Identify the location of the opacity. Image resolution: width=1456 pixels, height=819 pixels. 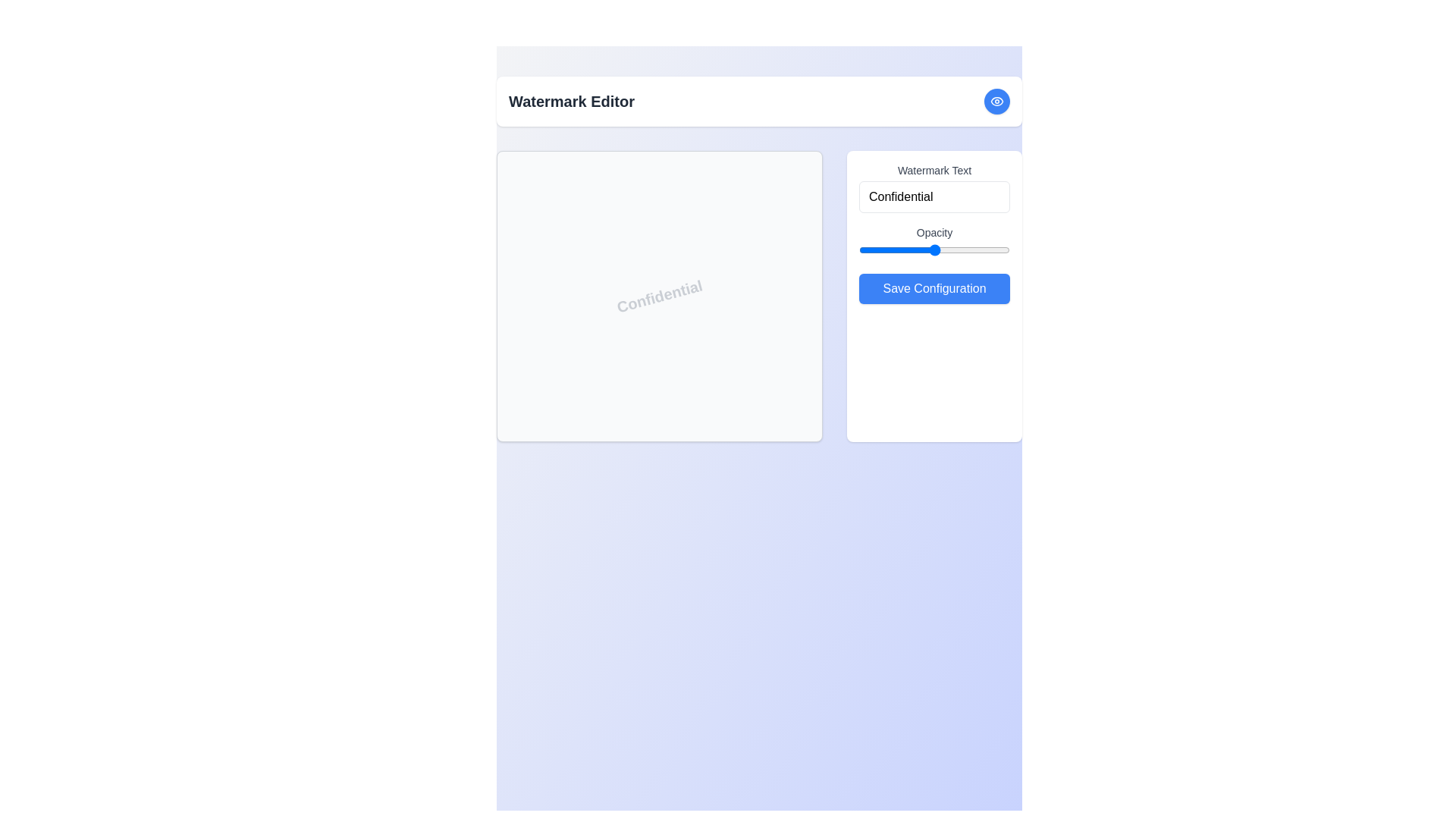
(858, 249).